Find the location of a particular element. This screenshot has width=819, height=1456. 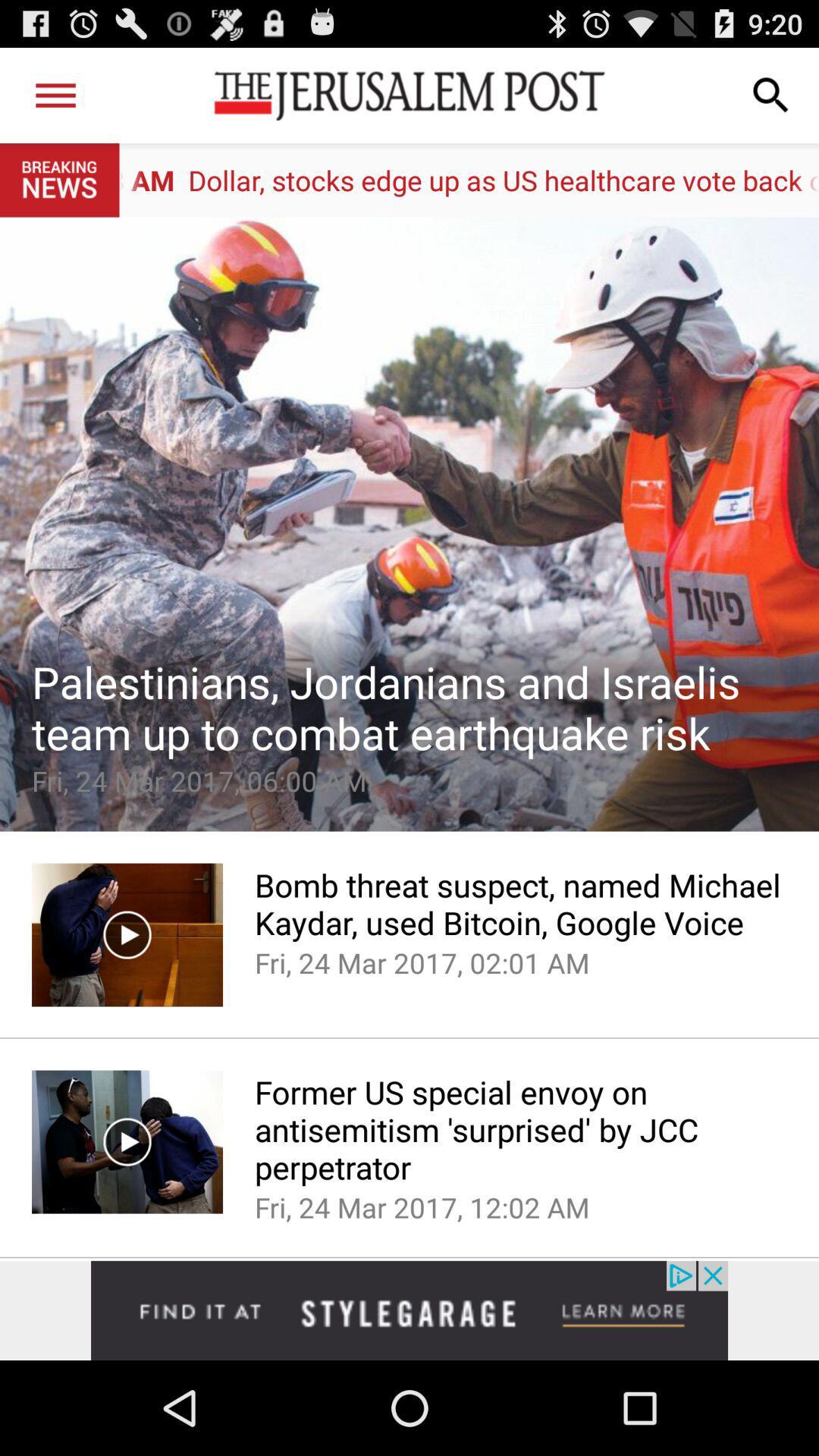

open menu is located at coordinates (55, 94).